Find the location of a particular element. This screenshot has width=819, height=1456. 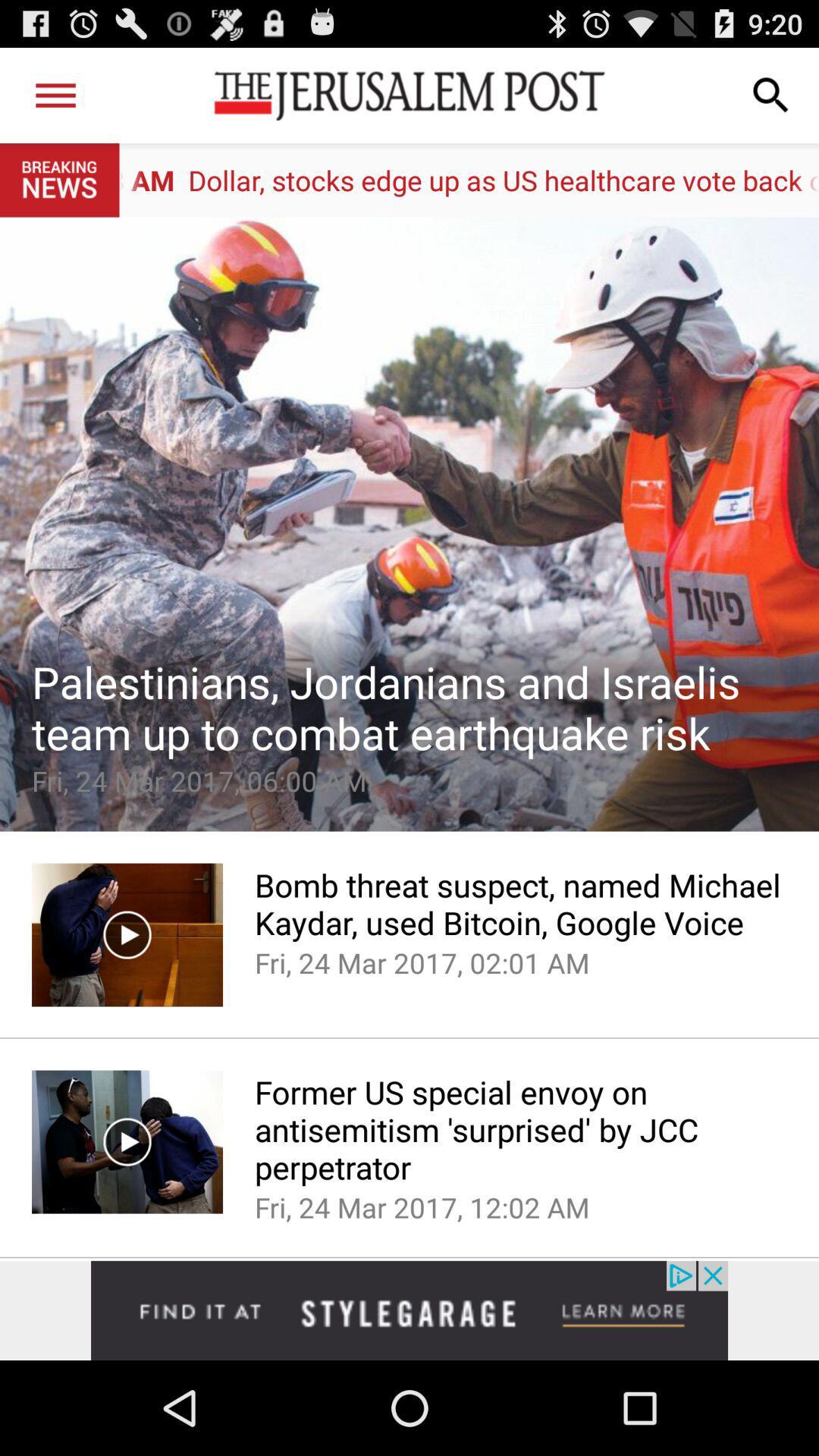

open menu is located at coordinates (55, 94).